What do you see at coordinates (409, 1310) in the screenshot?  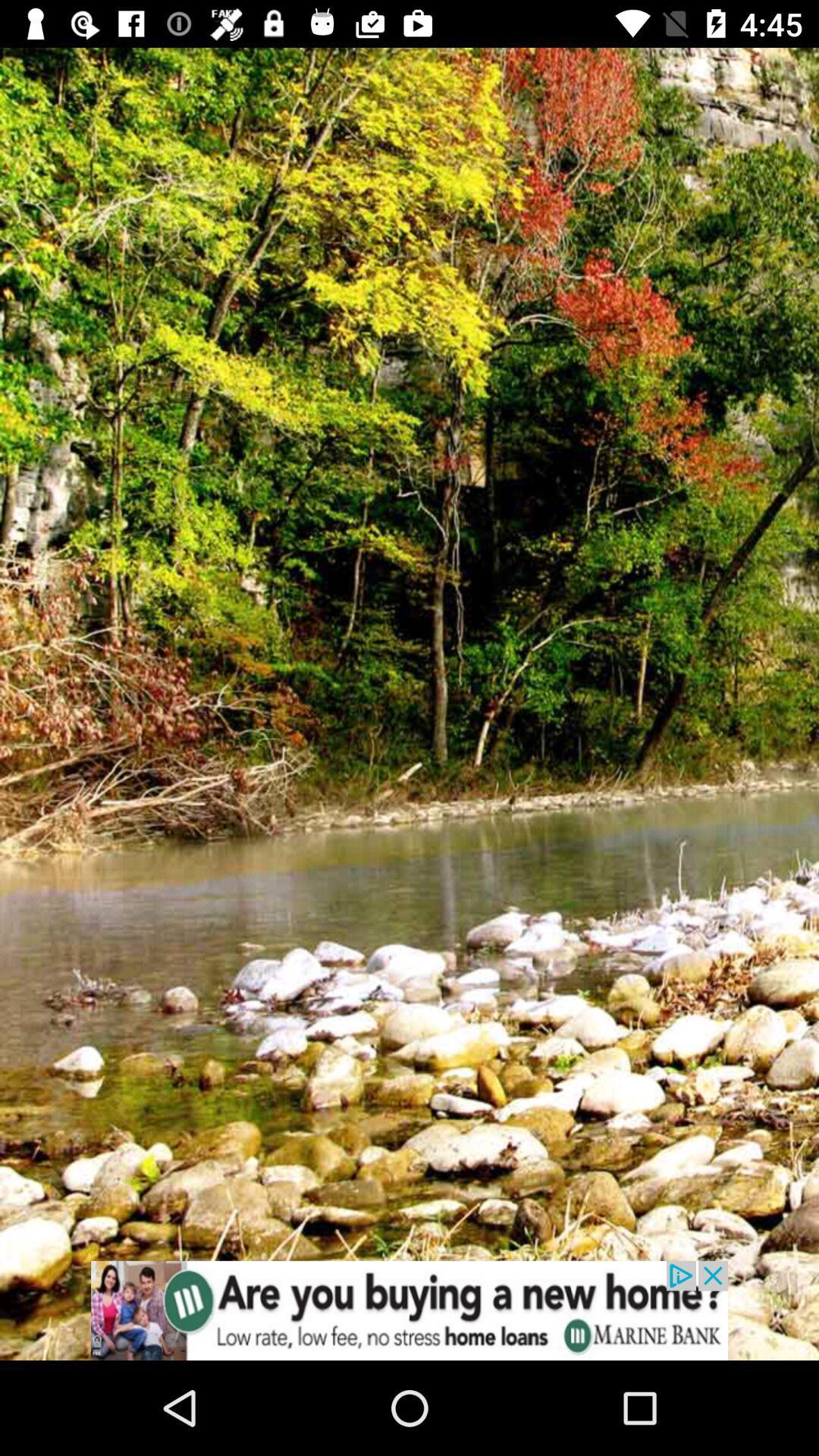 I see `advertisements about buying home` at bounding box center [409, 1310].